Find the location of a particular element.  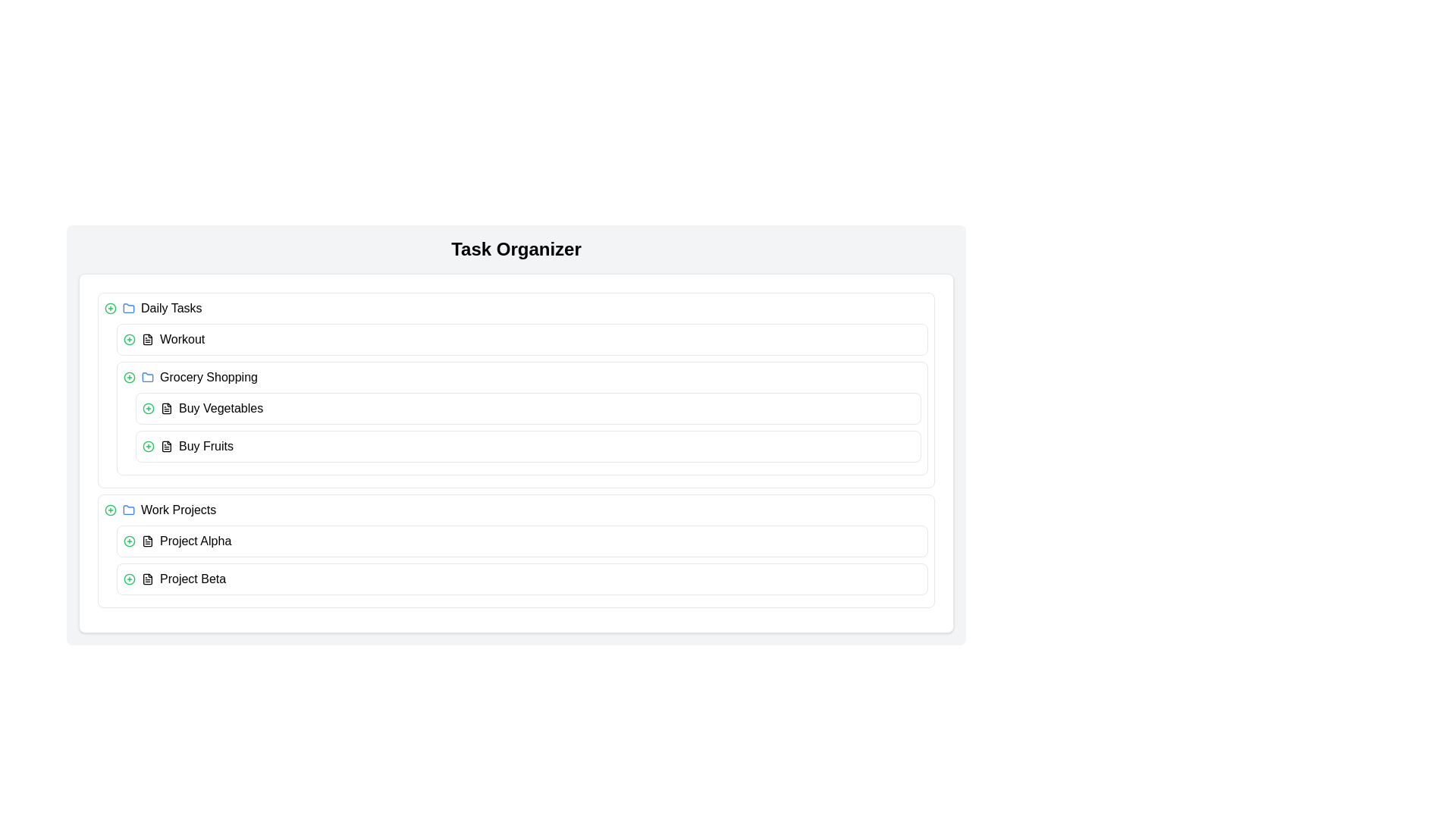

the green circular button with a plus symbol located next to the text 'Buy Vegetables' in the 'Daily Tasks' > 'Grocery Shopping' category is located at coordinates (149, 408).